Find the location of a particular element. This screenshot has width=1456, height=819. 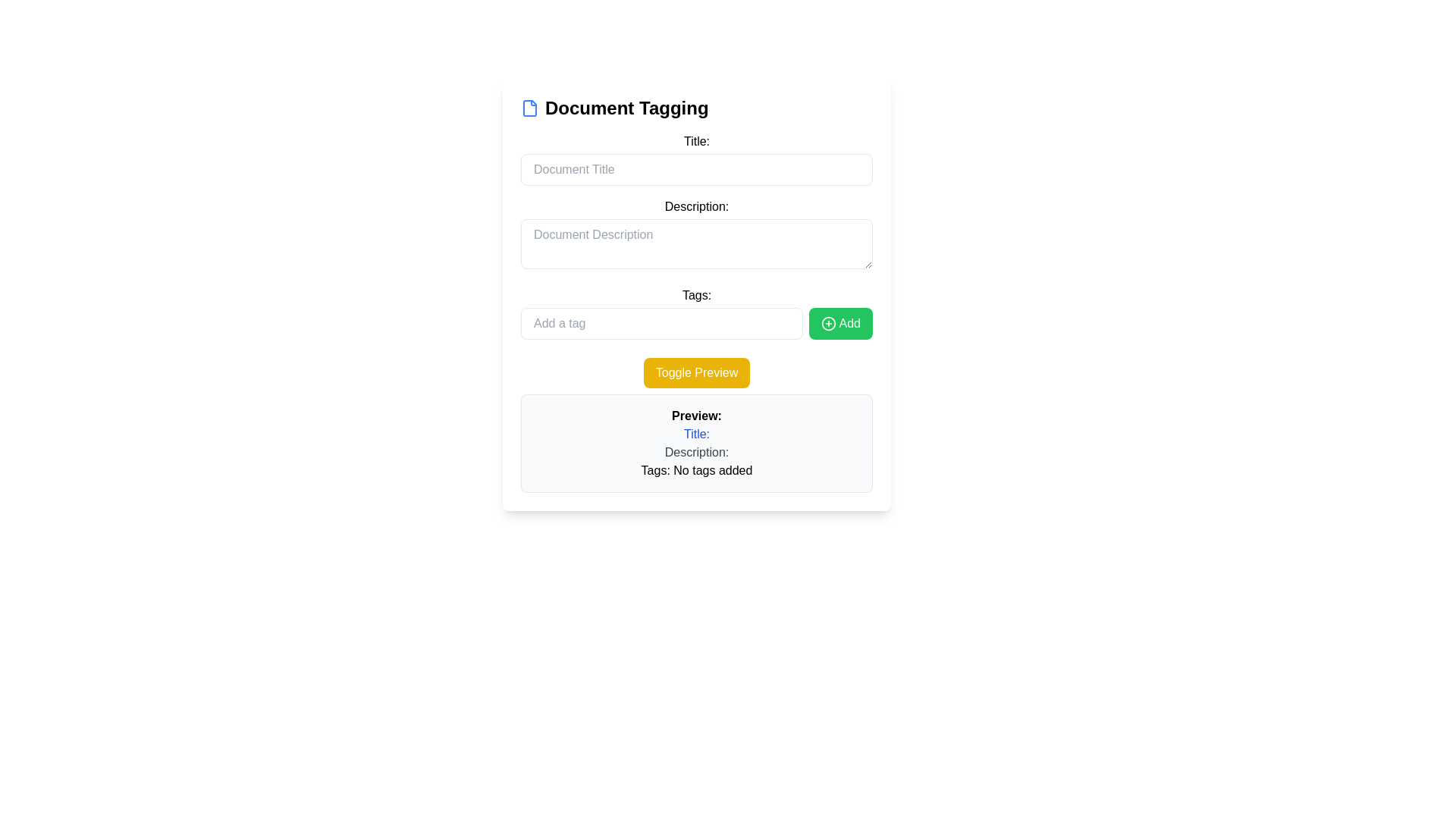

the button located to the right side of the 'Tags' input field in the 'Tags' section of the 'Document Tagging' form is located at coordinates (839, 323).